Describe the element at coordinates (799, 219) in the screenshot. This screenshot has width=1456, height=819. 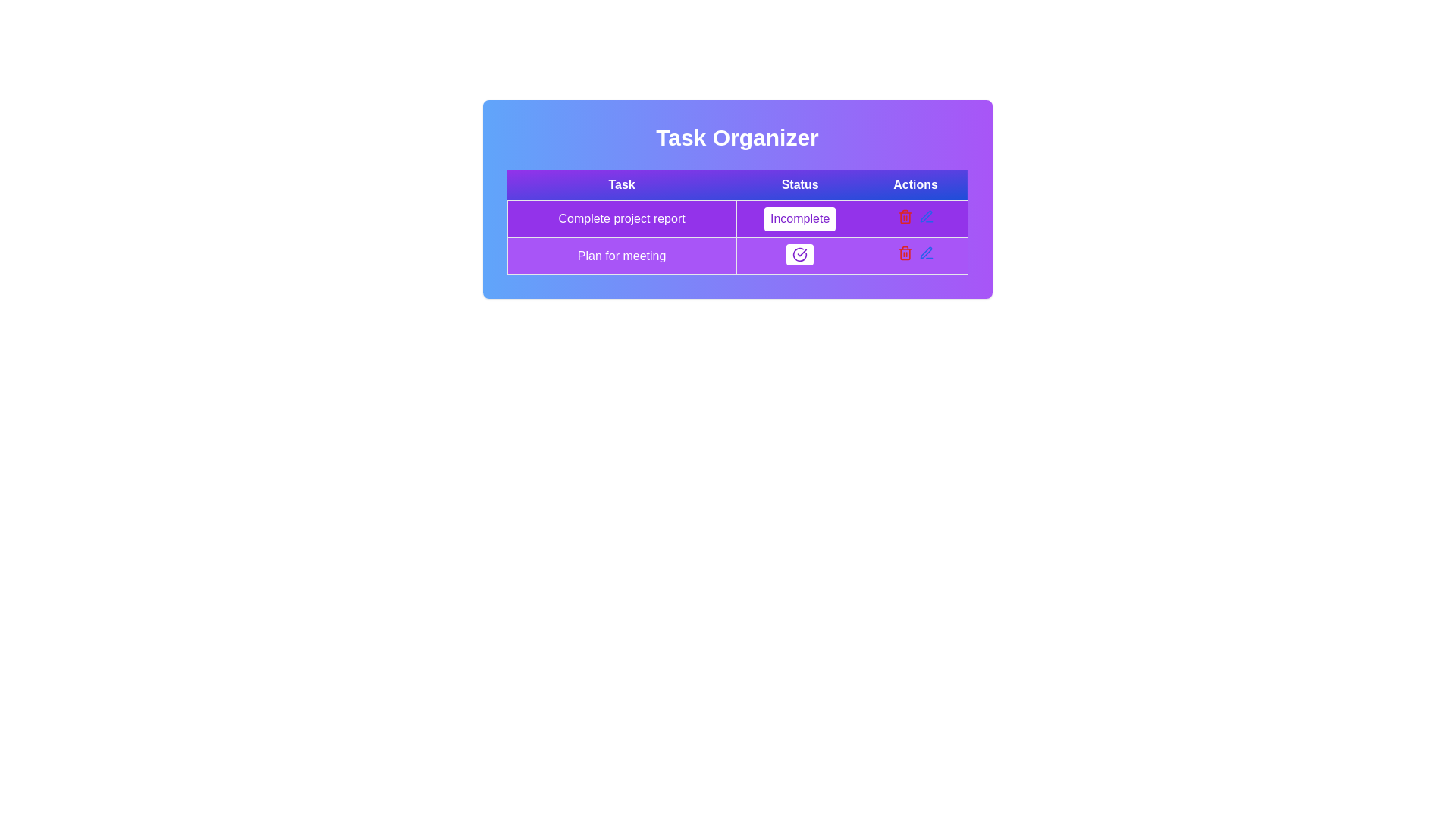
I see `the 'Incomplete' button, which is a rectangular button with purple text on a white background, located in the 'Status' column of the first row of the table` at that location.